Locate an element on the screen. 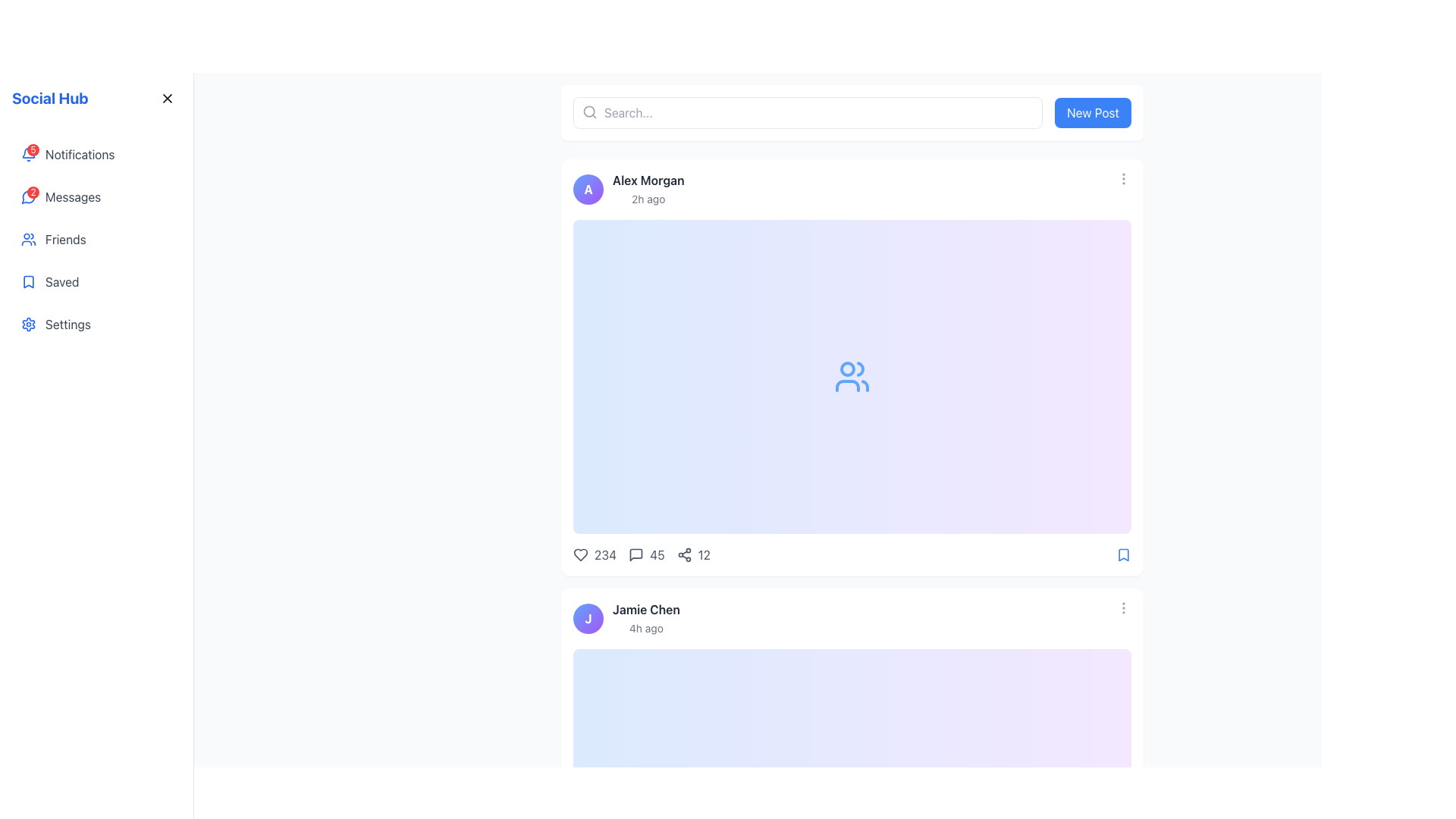 The height and width of the screenshot is (819, 1456). the 'Settings' icon located at the bottom of the left sidebar menu is located at coordinates (29, 324).